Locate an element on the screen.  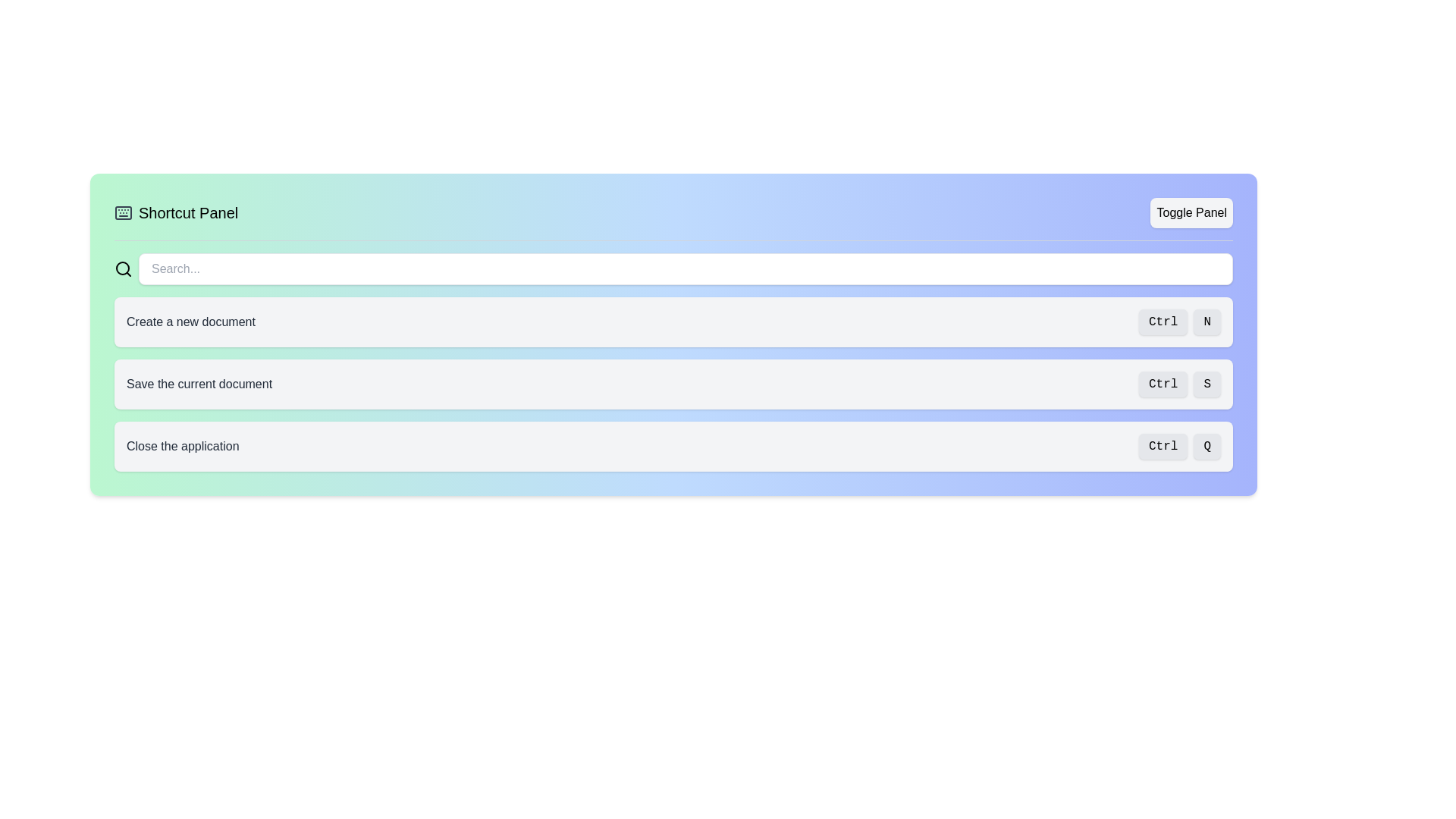
the icon representing the 'Shortcut Panel', which is located to the left of the 'Shortcut Panel' label is located at coordinates (124, 213).